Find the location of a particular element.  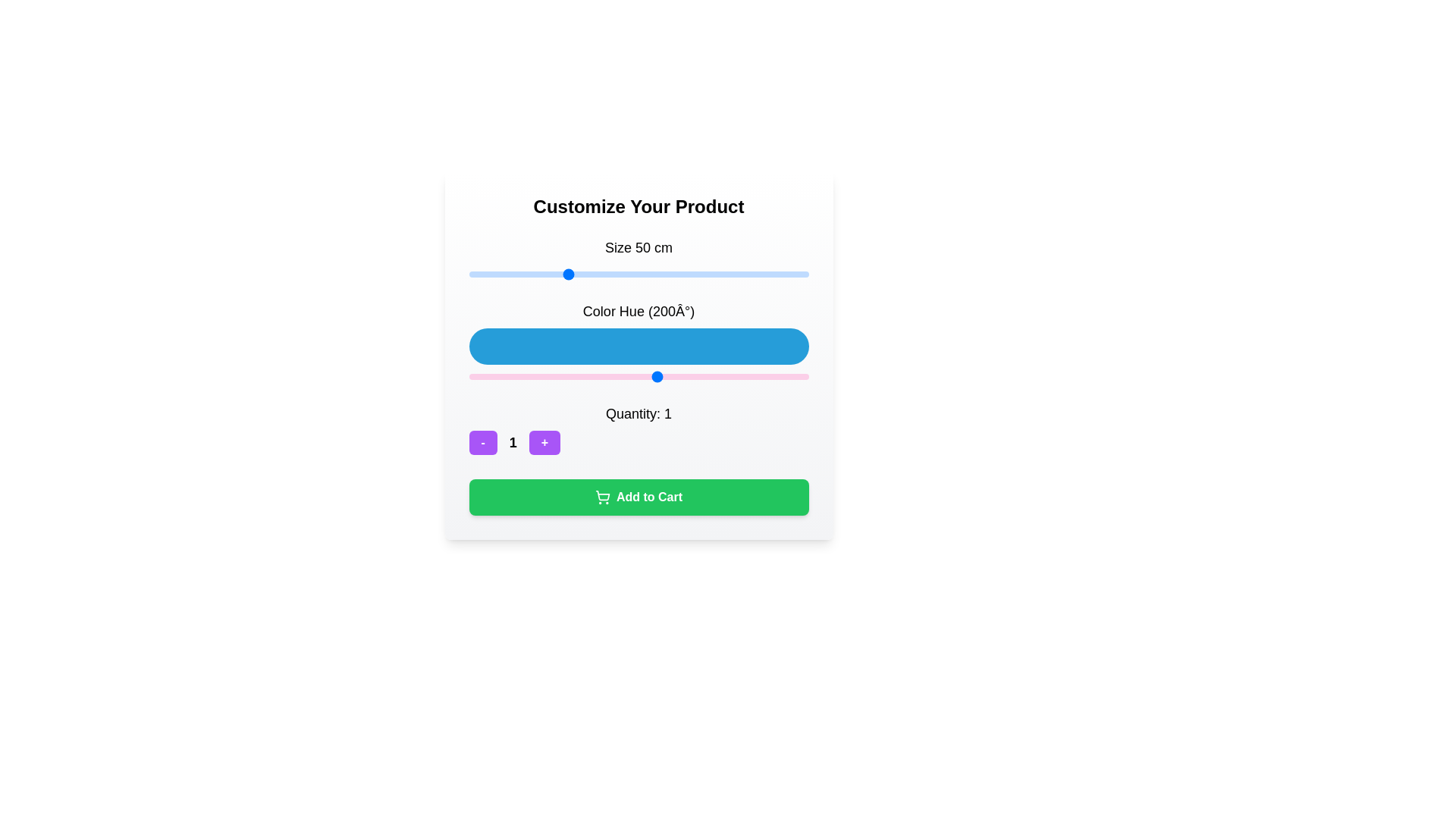

the color hue is located at coordinates (516, 376).